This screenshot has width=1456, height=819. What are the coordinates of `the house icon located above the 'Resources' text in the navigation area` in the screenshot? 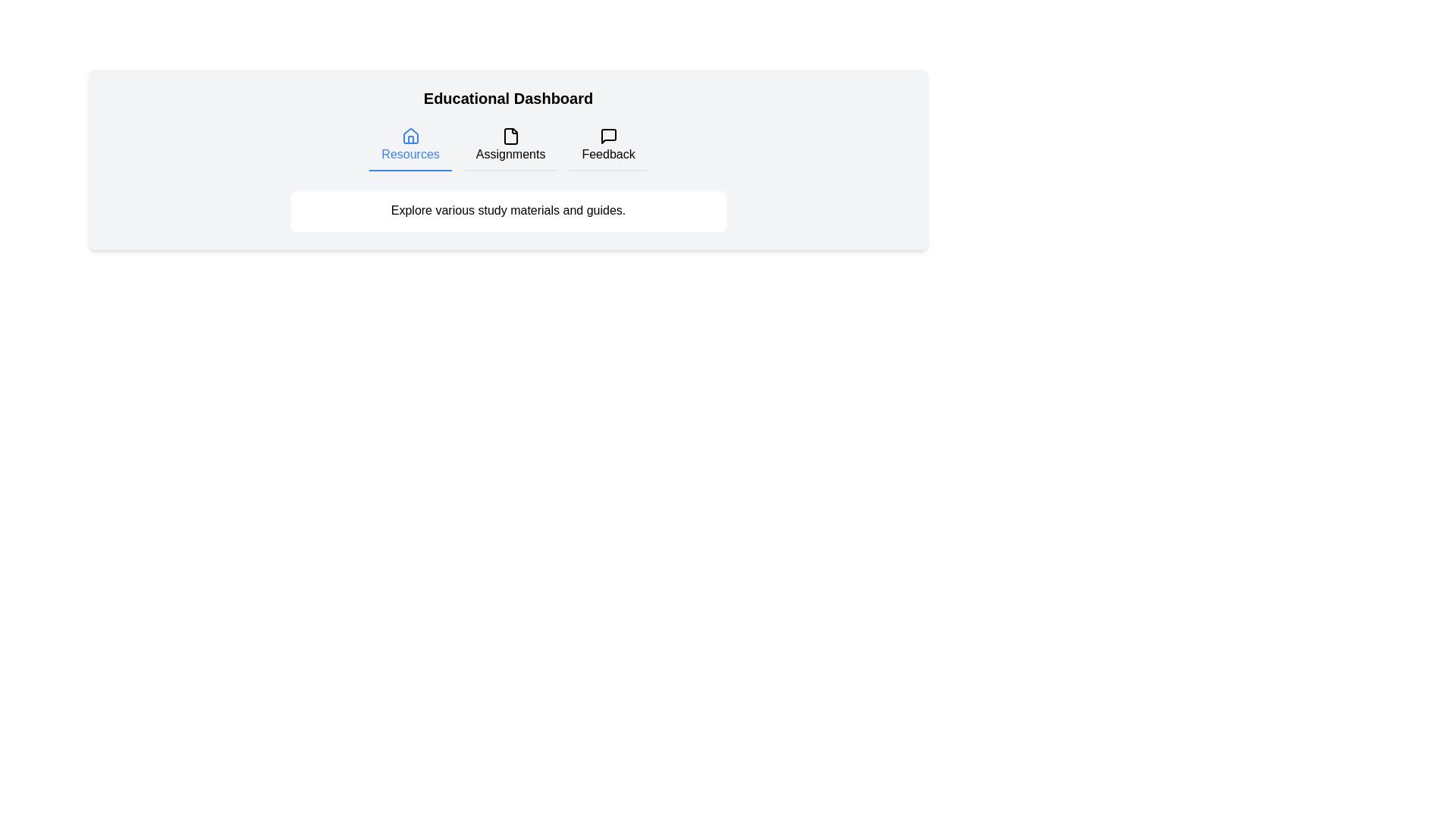 It's located at (410, 136).